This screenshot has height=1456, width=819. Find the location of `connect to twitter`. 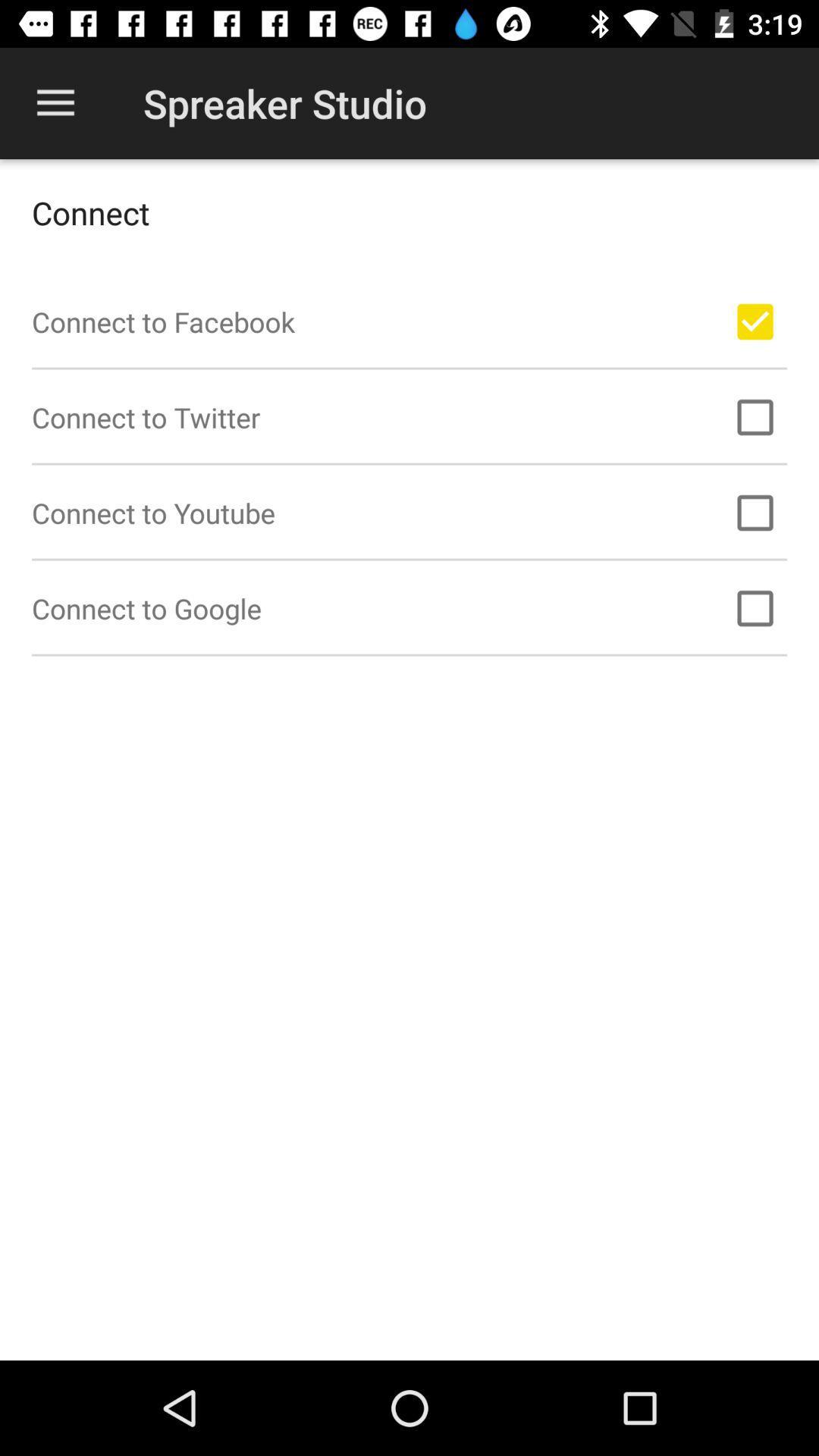

connect to twitter is located at coordinates (755, 417).